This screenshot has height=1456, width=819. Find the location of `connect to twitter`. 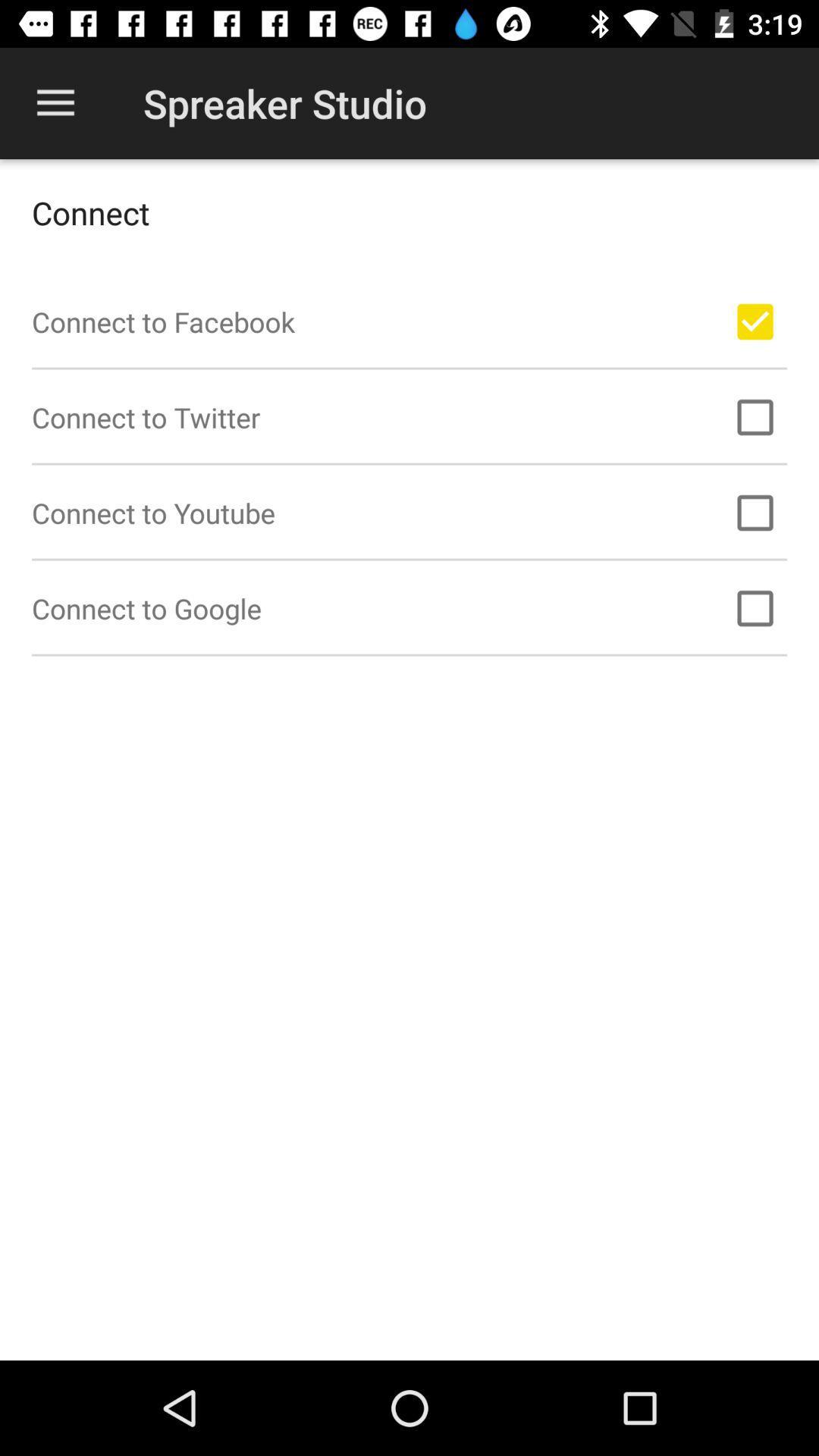

connect to twitter is located at coordinates (755, 417).